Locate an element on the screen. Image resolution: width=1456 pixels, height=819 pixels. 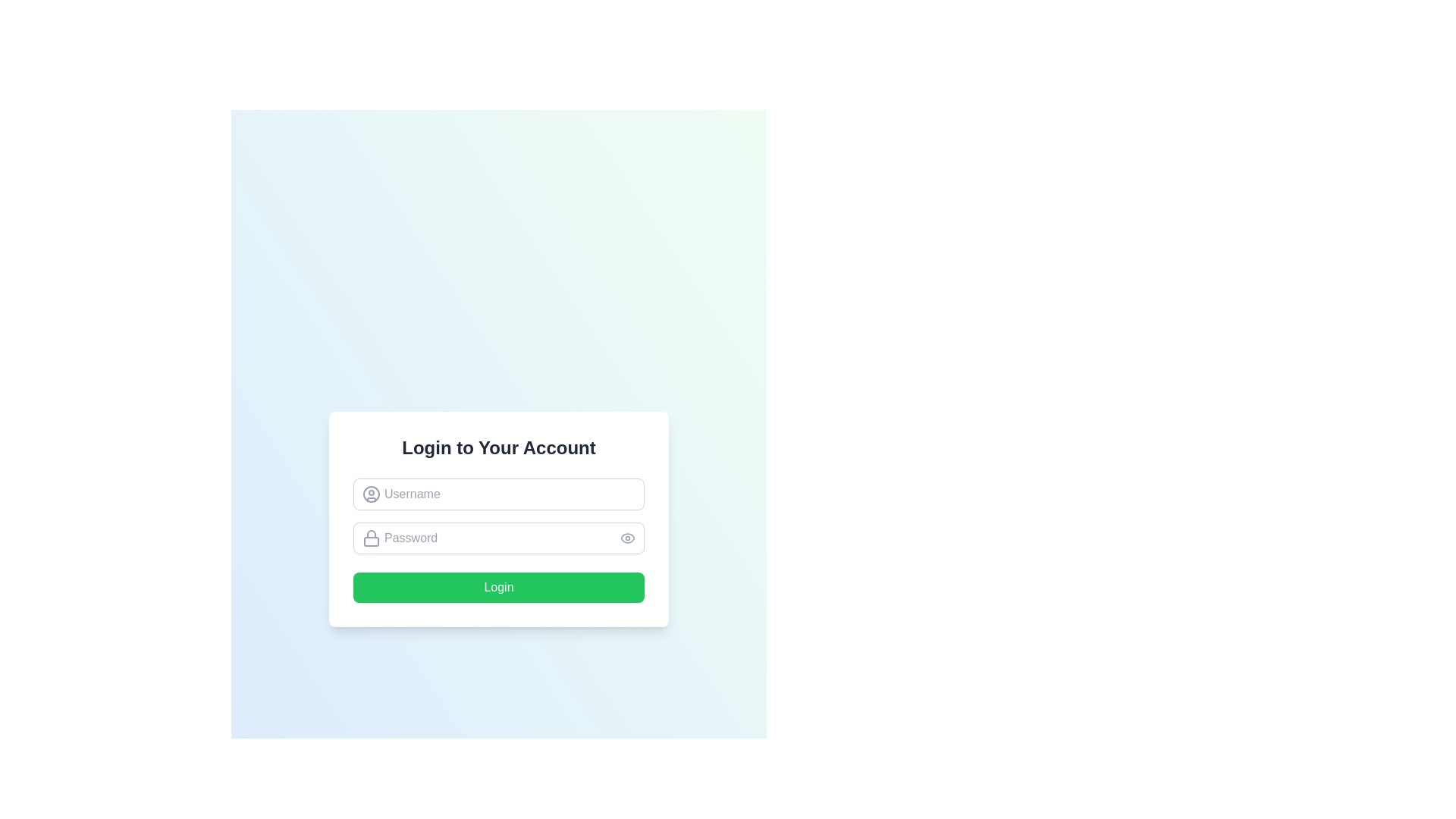
the login button located at the bottom center of the form layout to initiate the login process is located at coordinates (498, 587).